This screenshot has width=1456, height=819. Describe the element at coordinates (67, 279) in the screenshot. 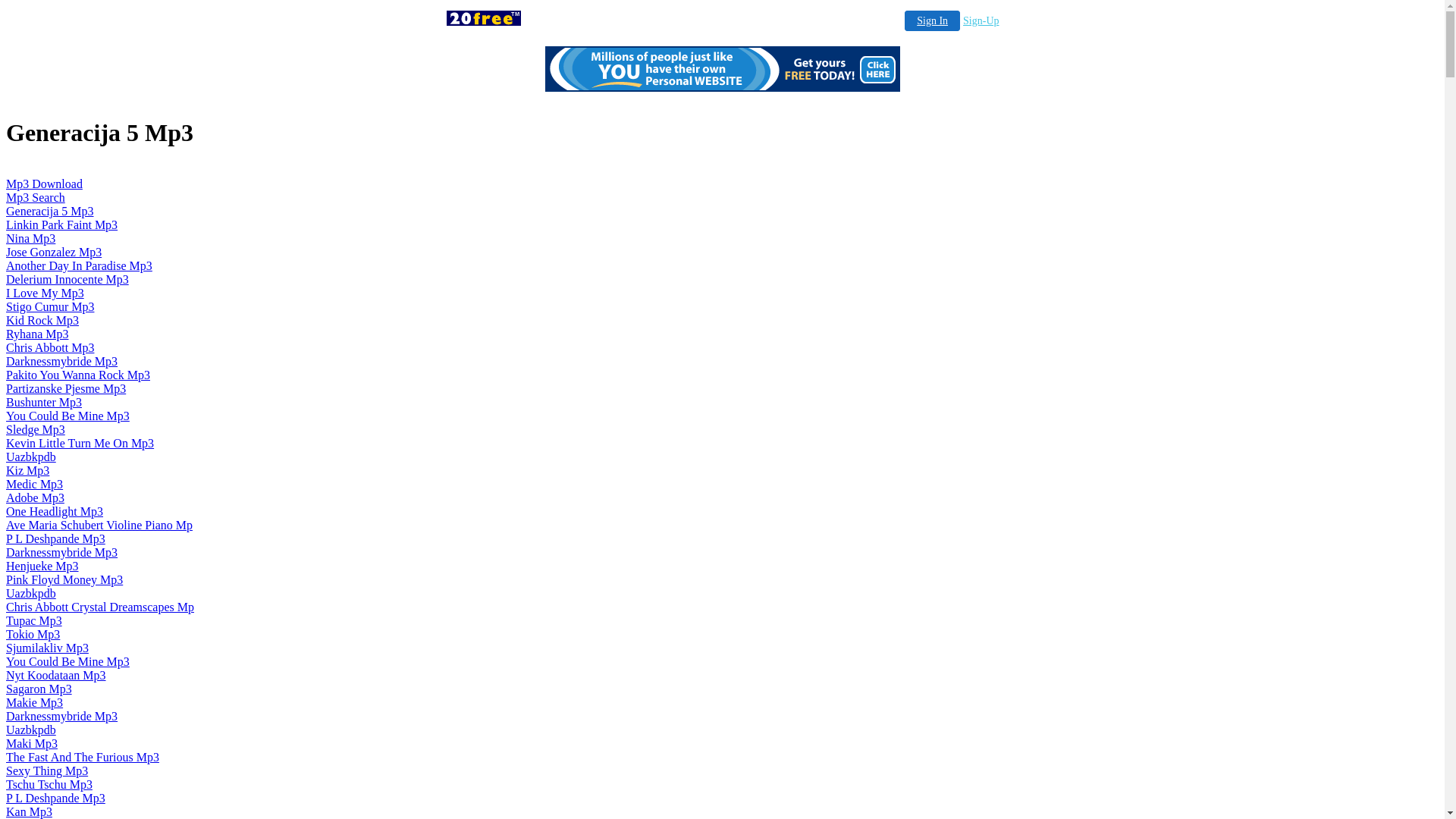

I see `'Delerium Innocente Mp3'` at that location.